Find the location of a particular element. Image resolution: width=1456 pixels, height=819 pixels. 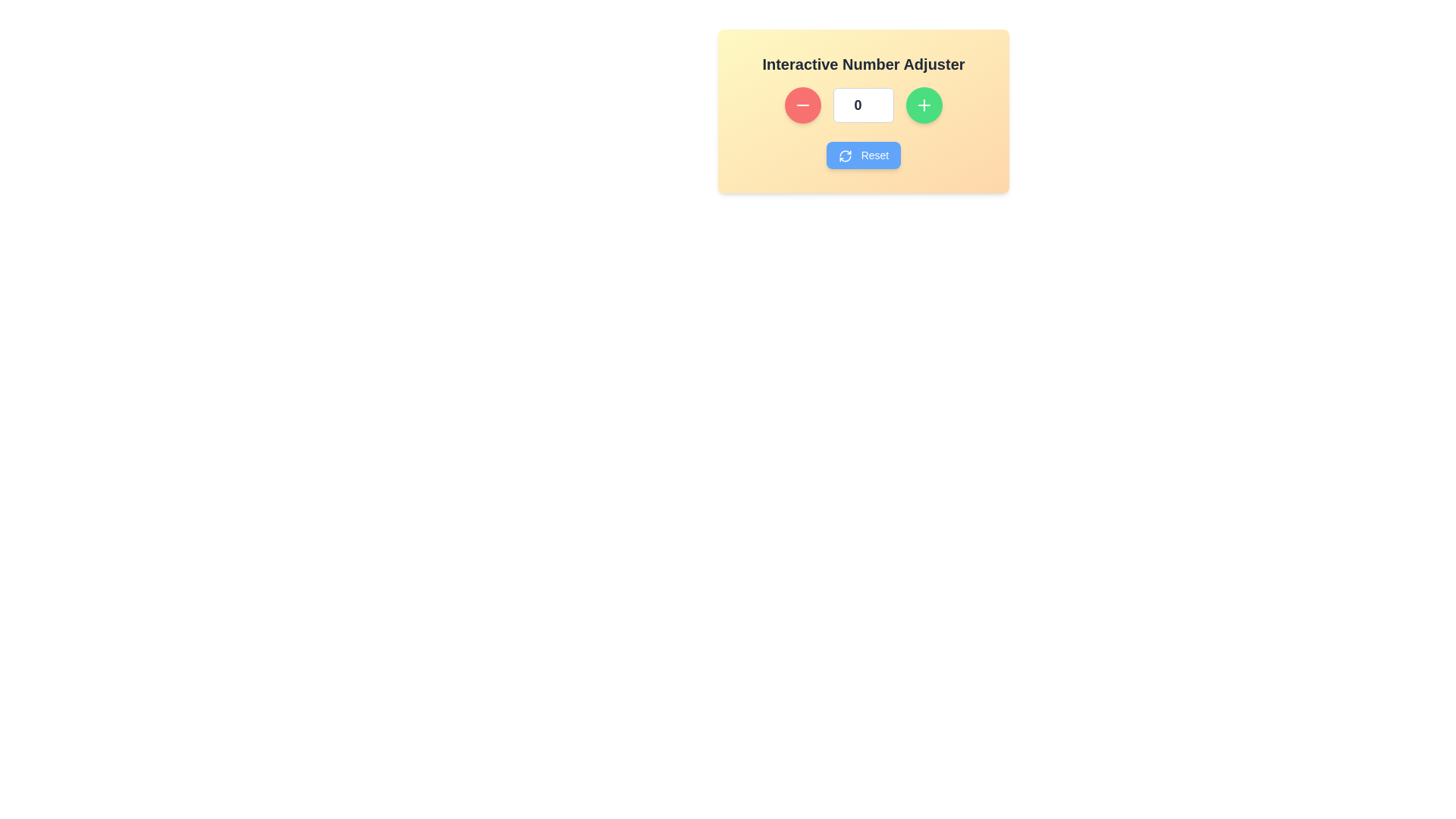

the button located at the top right of the interactive panel to increase the value in the counter box is located at coordinates (924, 104).